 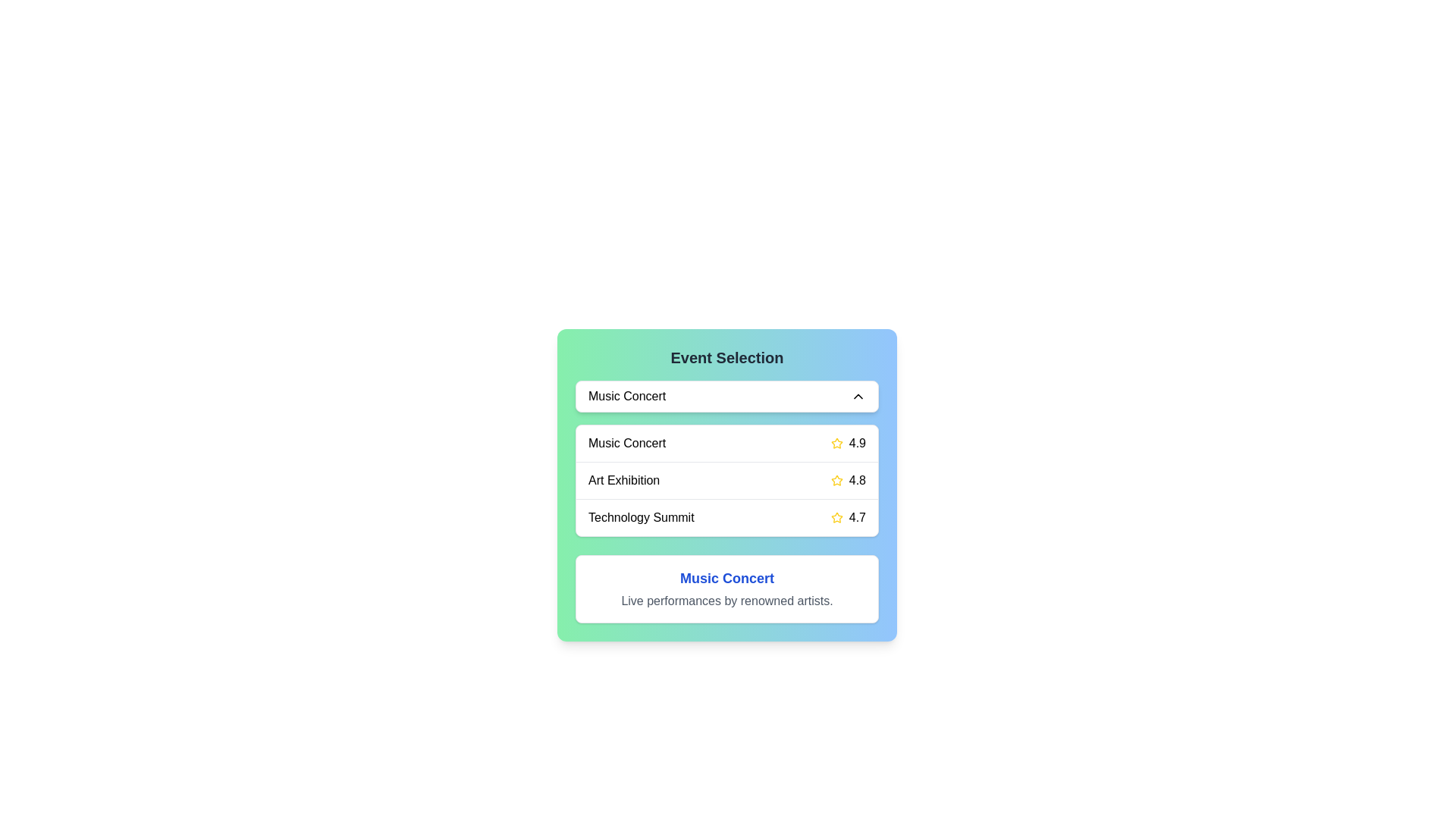 What do you see at coordinates (847, 480) in the screenshot?
I see `the Rating component that features a yellow star icon followed by the numerical rating '4.8', located beside the text 'Art Exhibition' in the second row of the list` at bounding box center [847, 480].